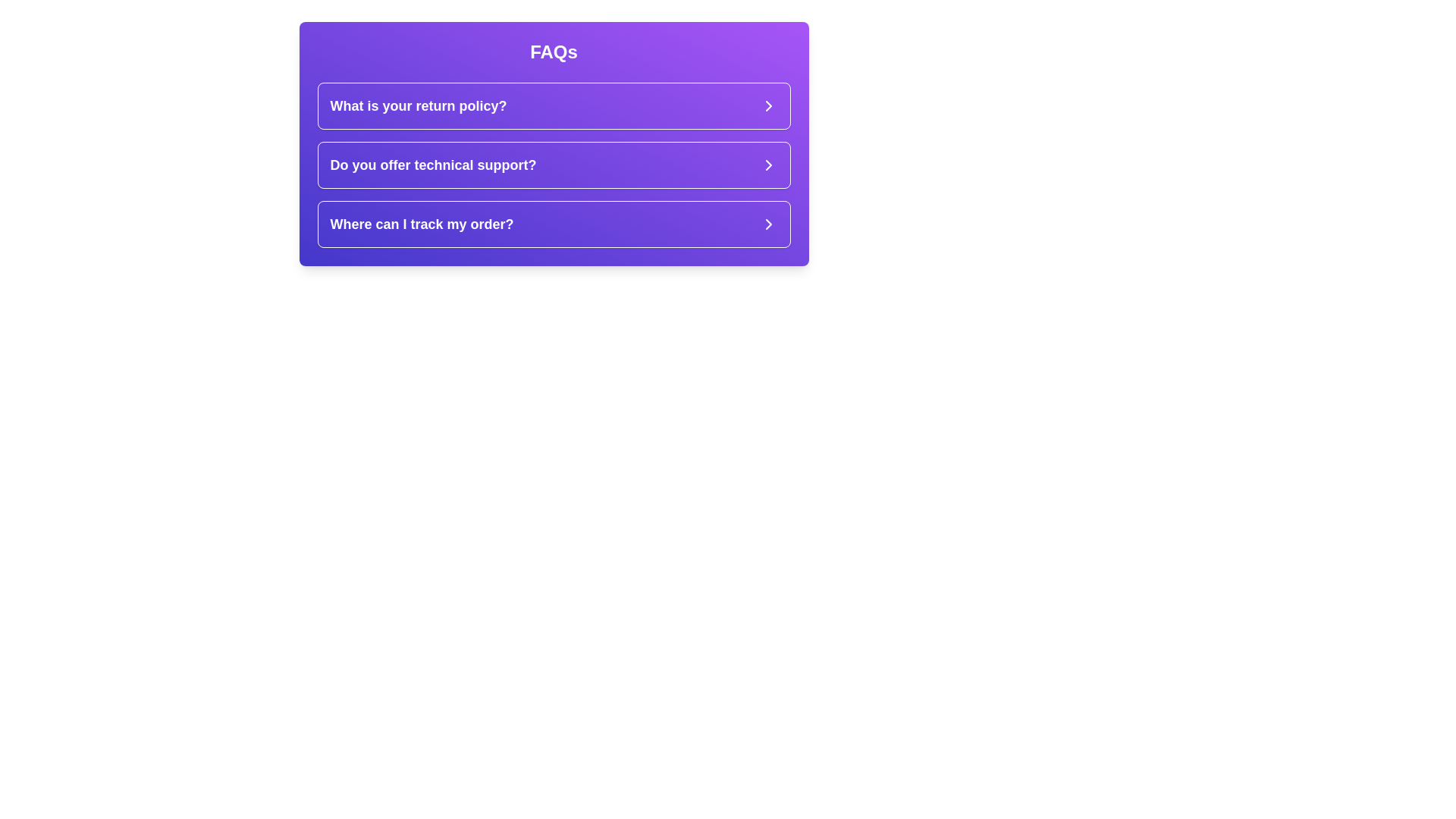 This screenshot has height=819, width=1456. I want to click on the chevron arrow SVG icon for navigation located at the rightmost edge of the last item in the list labeled 'Where can I track my order.', so click(768, 224).